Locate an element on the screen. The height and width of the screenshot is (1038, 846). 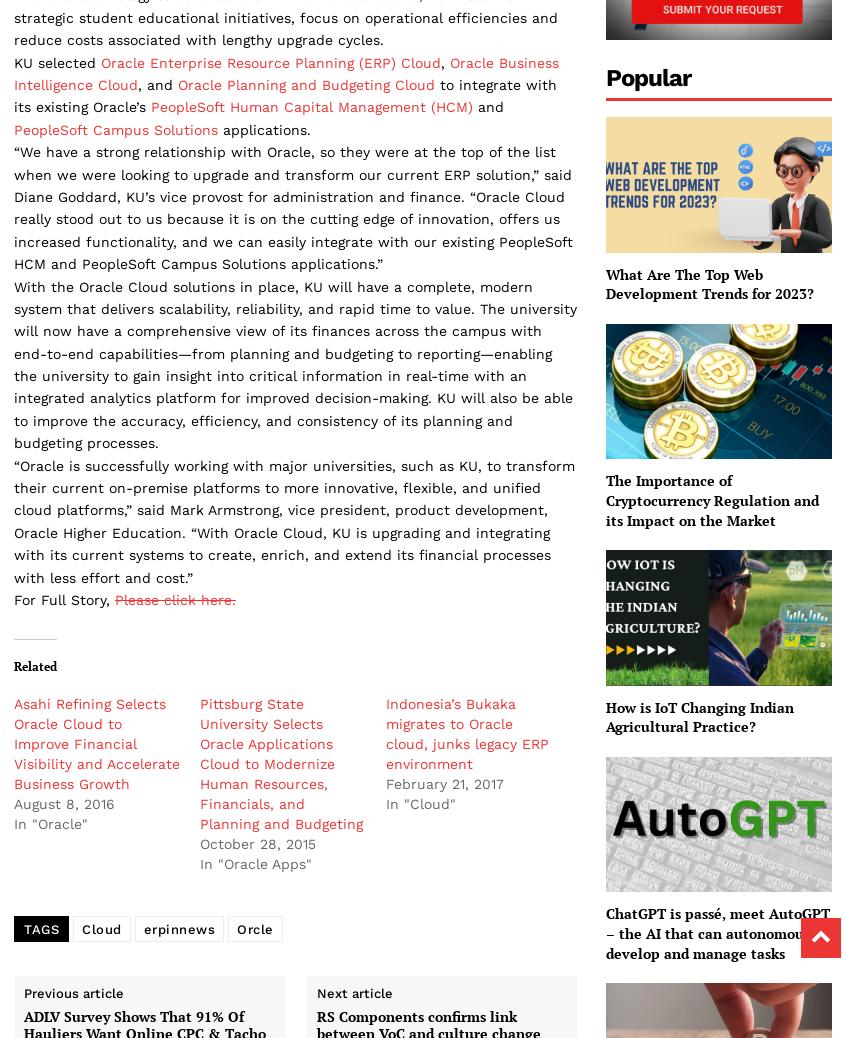
'KU selected' is located at coordinates (56, 60).